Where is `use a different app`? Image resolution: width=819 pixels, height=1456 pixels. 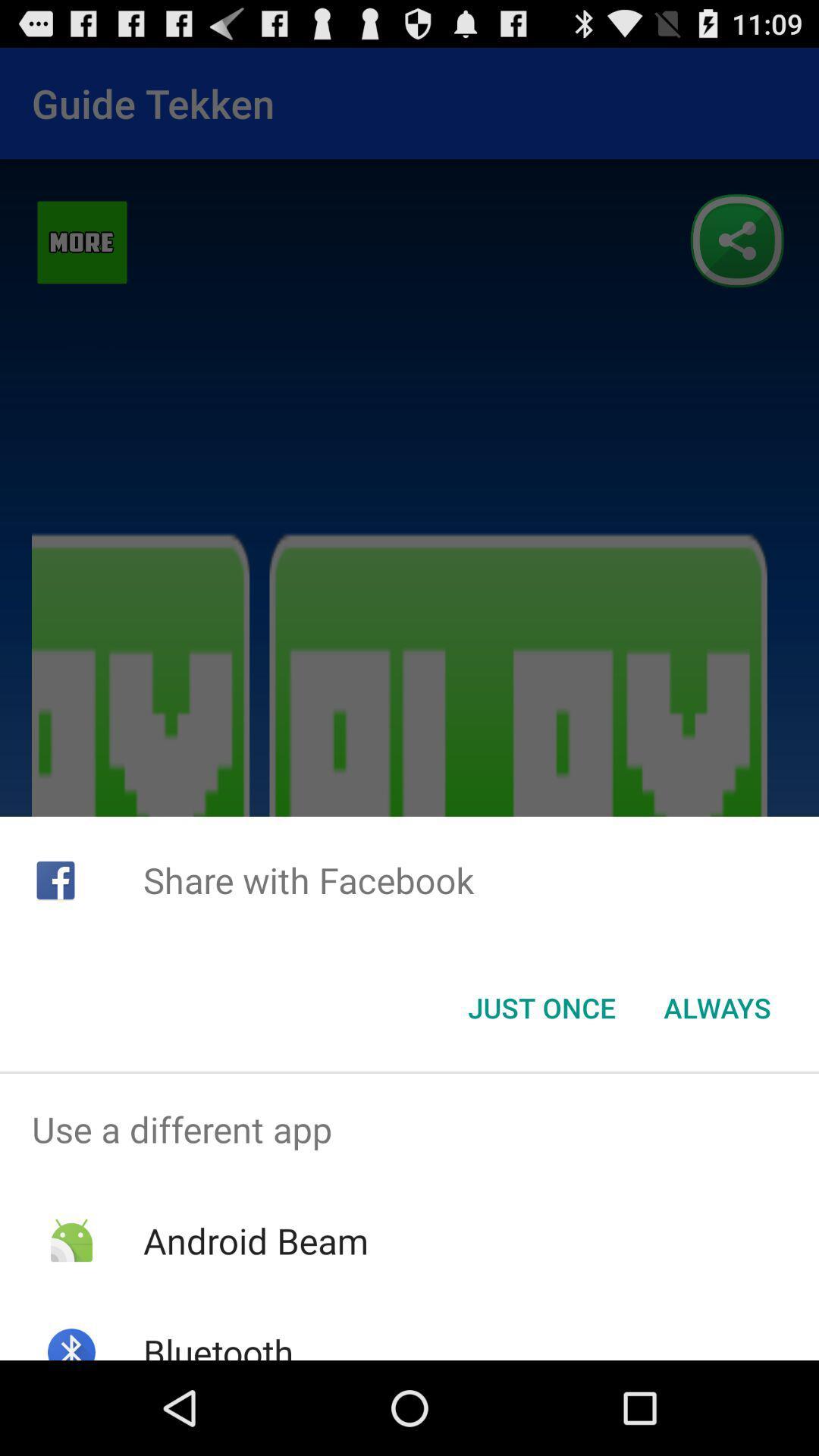 use a different app is located at coordinates (409, 1129).